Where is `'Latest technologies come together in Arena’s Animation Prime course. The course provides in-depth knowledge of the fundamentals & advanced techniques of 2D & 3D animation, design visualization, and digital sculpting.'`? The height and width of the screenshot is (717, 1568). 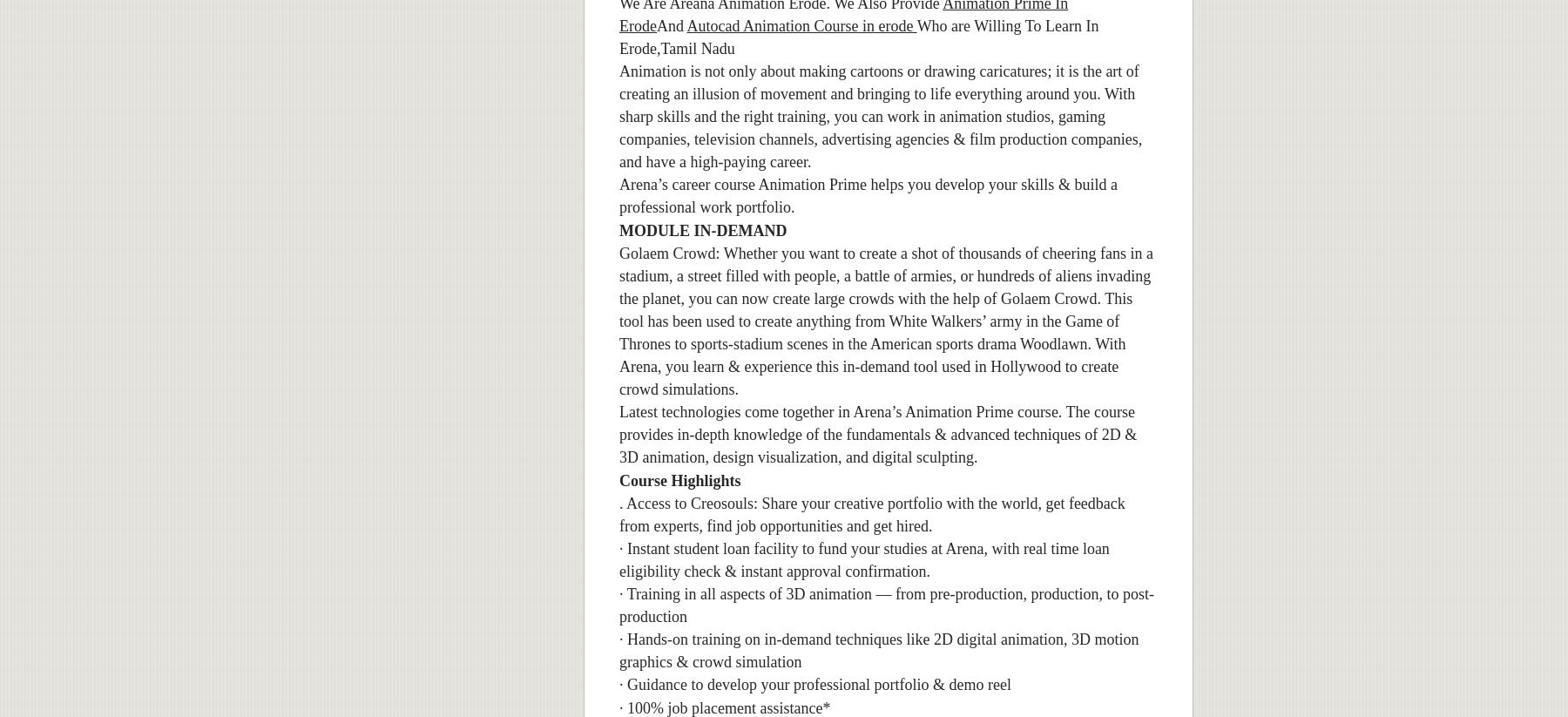
'Latest technologies come together in Arena’s Animation Prime course. The course provides in-depth knowledge of the fundamentals & advanced techniques of 2D & 3D animation, design visualization, and digital sculpting.' is located at coordinates (618, 434).